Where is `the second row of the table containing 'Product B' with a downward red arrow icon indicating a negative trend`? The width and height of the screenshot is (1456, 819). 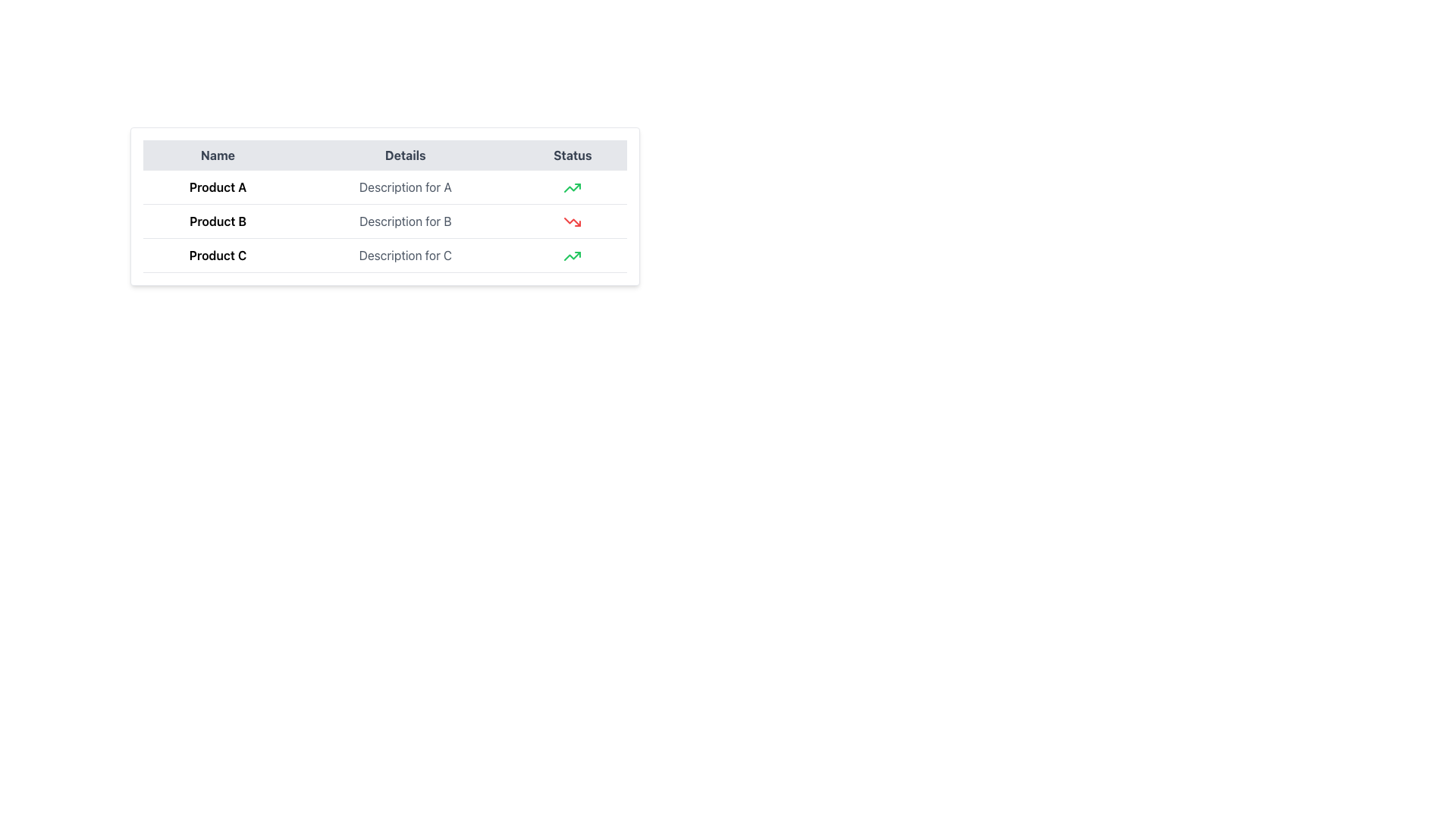
the second row of the table containing 'Product B' with a downward red arrow icon indicating a negative trend is located at coordinates (385, 221).